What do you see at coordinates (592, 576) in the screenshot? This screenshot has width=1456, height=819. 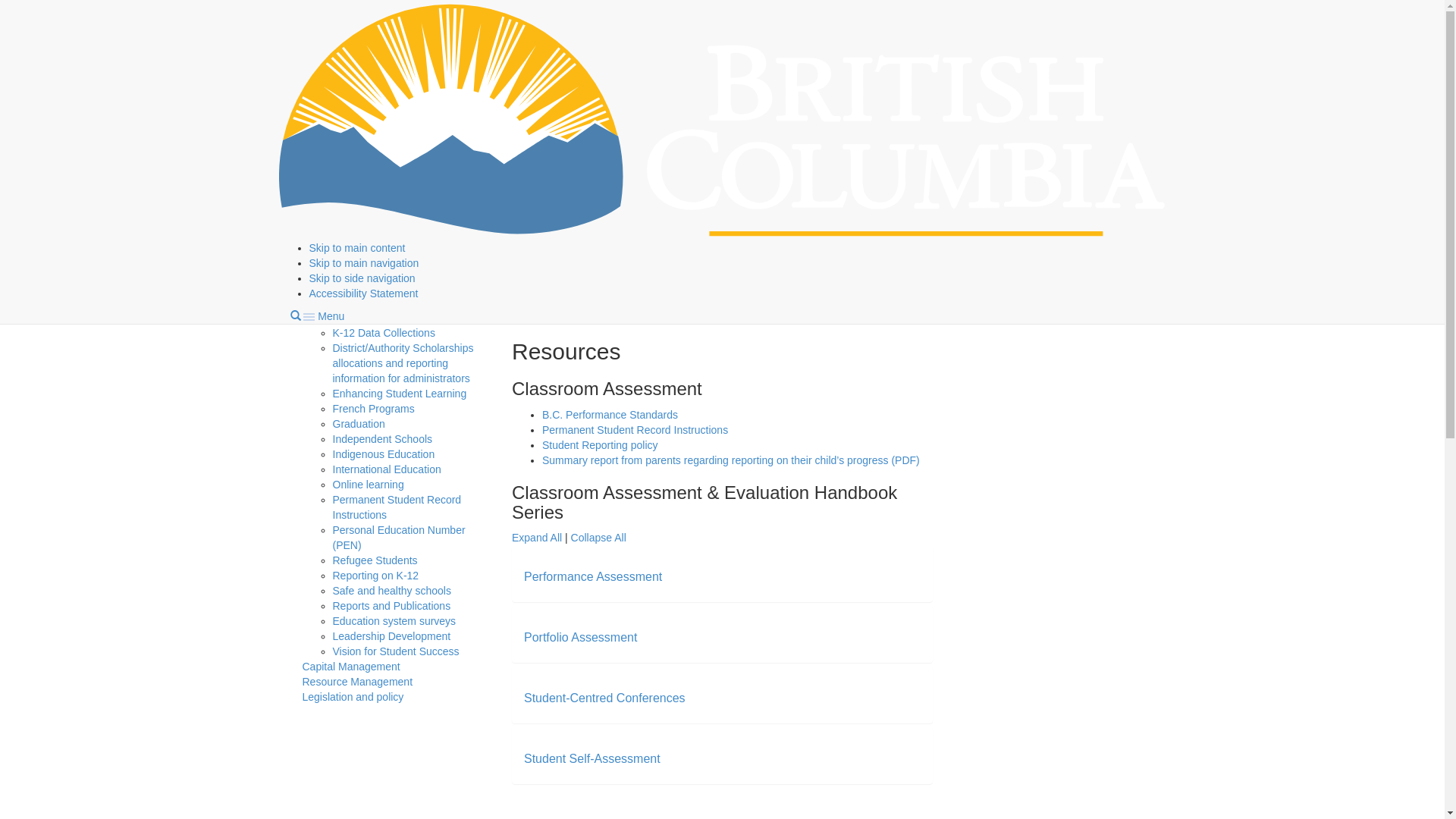 I see `'Performance Assessment'` at bounding box center [592, 576].